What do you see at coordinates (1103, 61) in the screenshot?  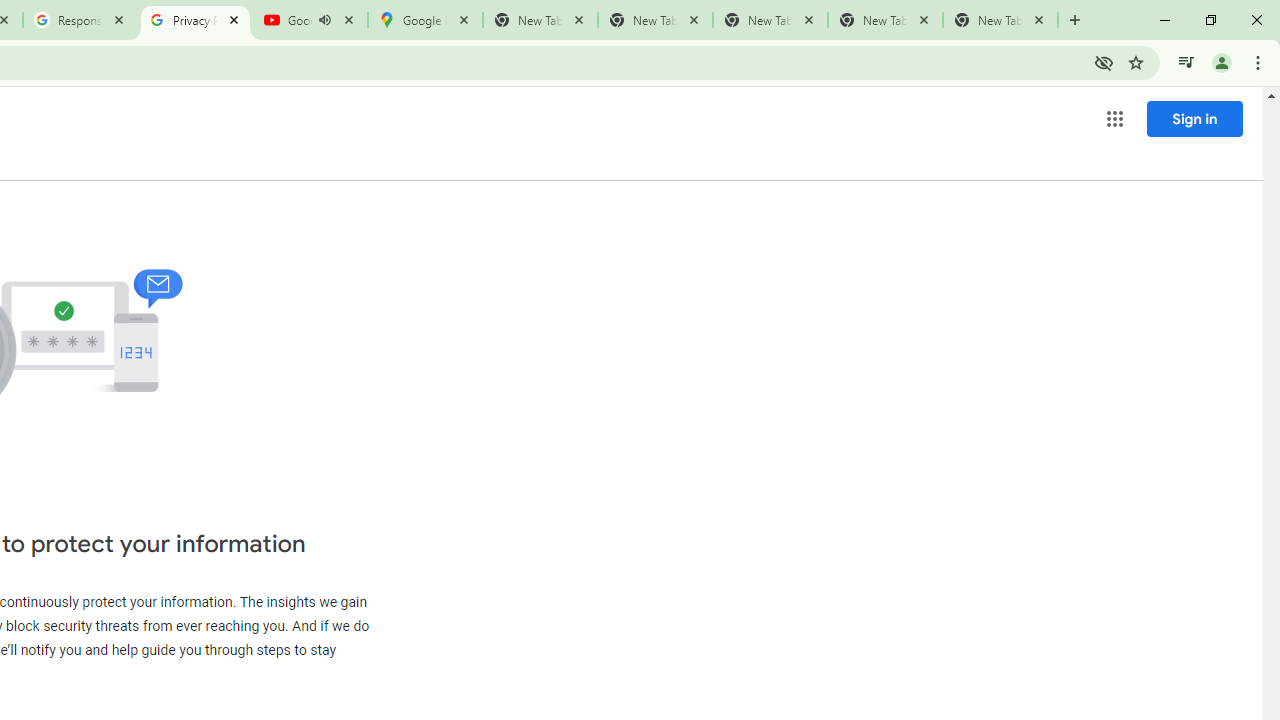 I see `'Third-party cookies blocked'` at bounding box center [1103, 61].